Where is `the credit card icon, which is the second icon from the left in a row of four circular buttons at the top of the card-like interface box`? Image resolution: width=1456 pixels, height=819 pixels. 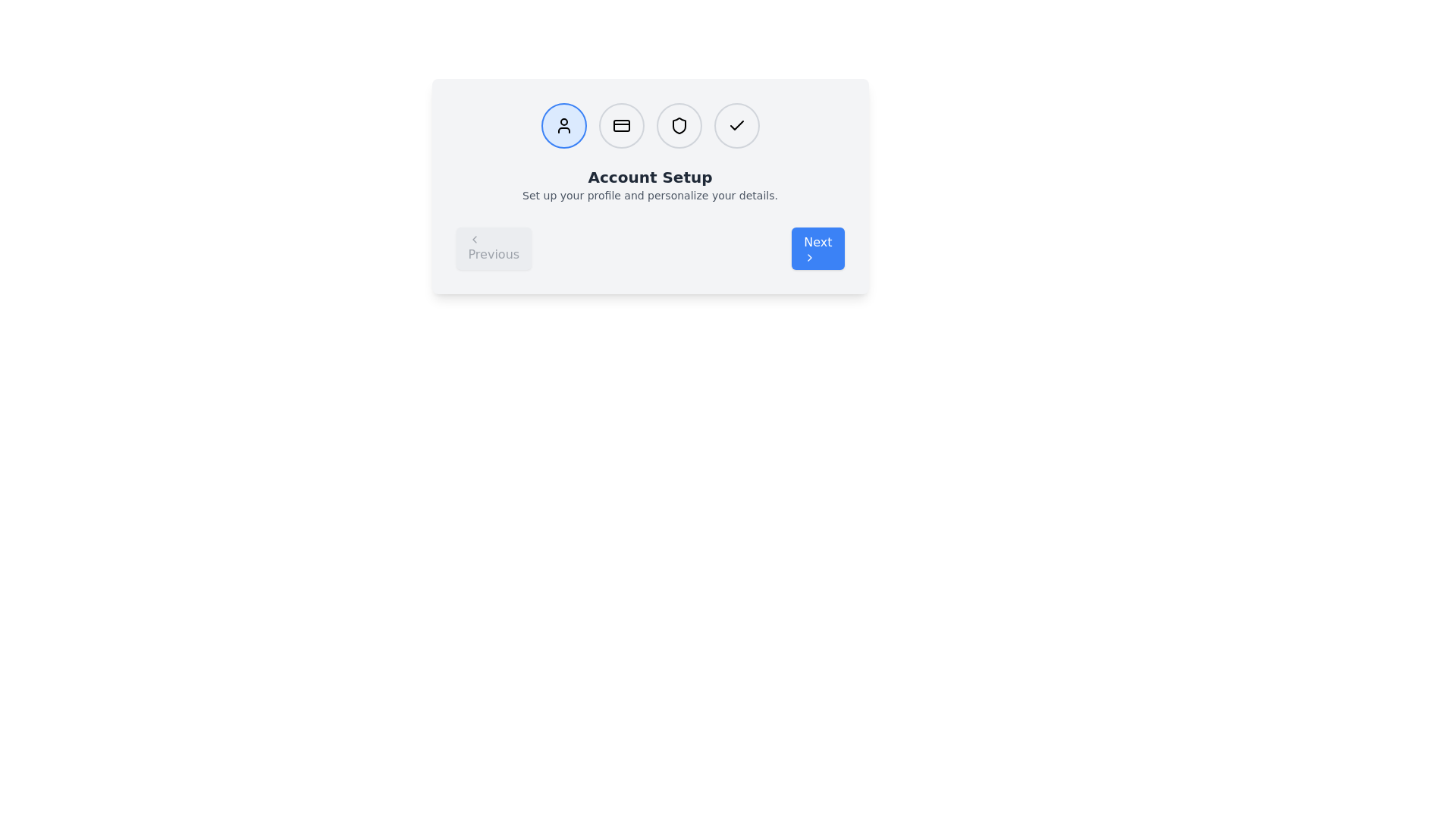
the credit card icon, which is the second icon from the left in a row of four circular buttons at the top of the card-like interface box is located at coordinates (621, 124).